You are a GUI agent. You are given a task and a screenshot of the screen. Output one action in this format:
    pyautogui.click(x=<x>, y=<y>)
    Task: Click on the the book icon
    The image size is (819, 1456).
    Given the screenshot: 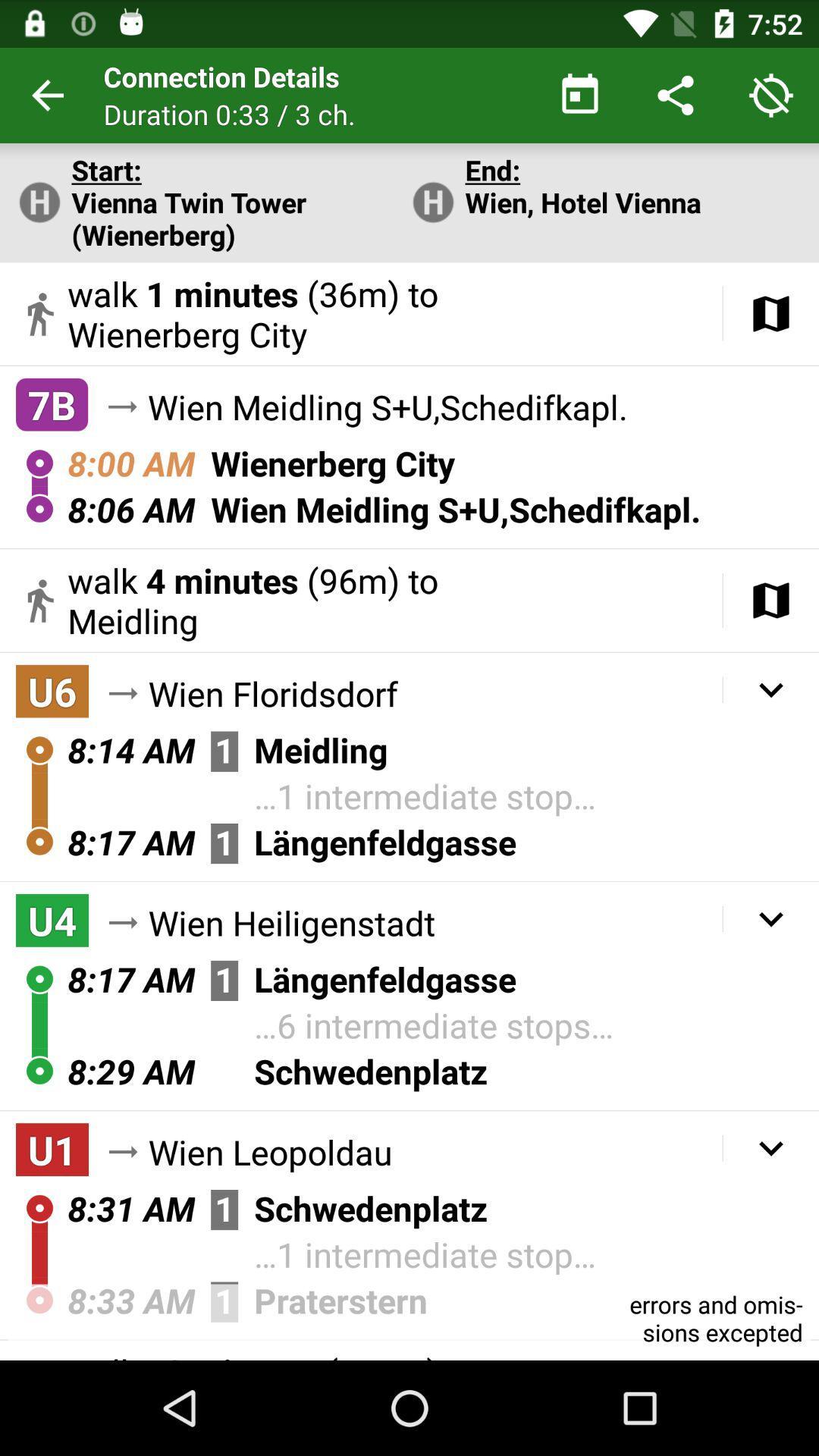 What is the action you would take?
    pyautogui.click(x=771, y=335)
    